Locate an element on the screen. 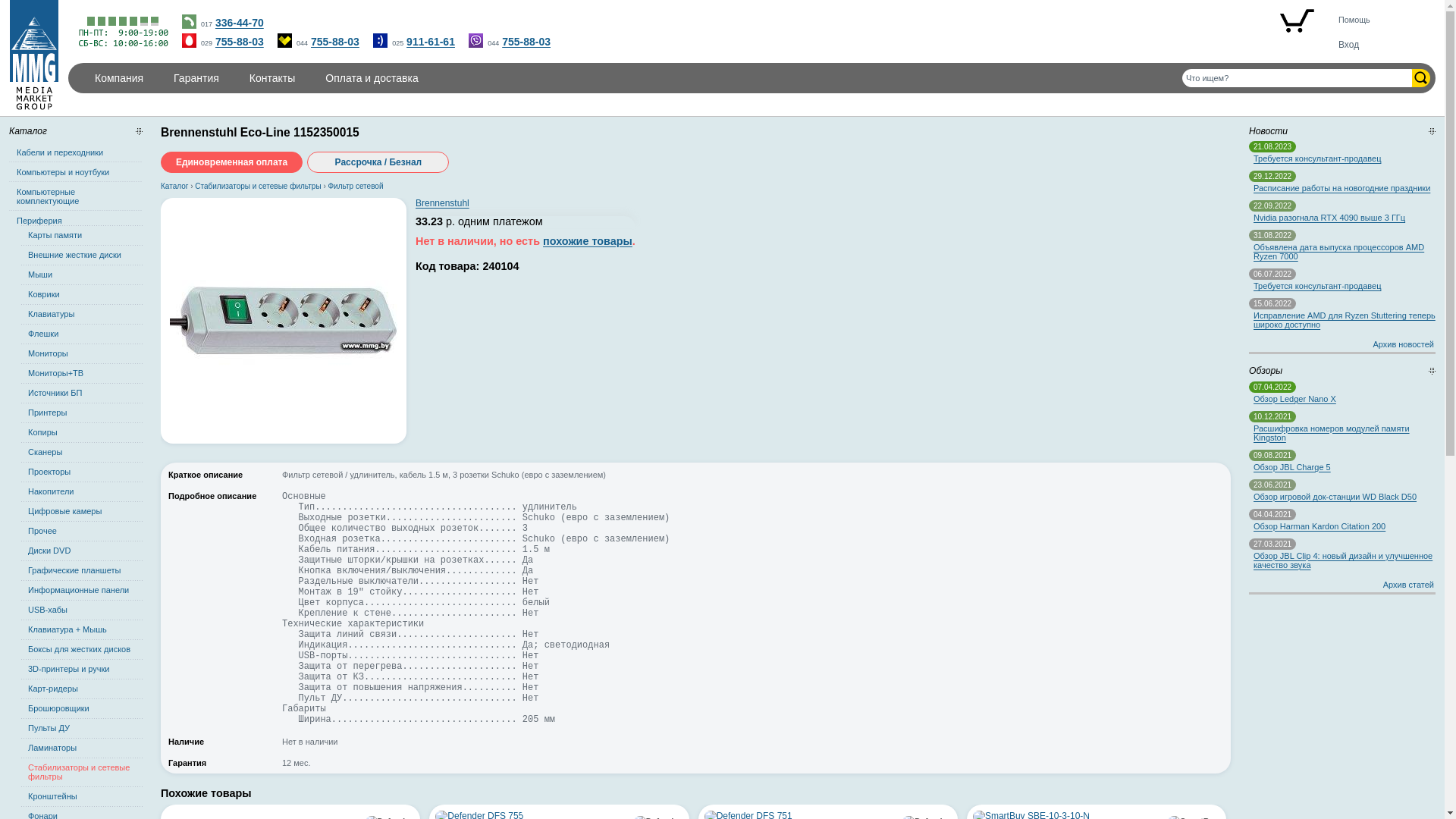  'Brennenstuhl' is located at coordinates (441, 202).